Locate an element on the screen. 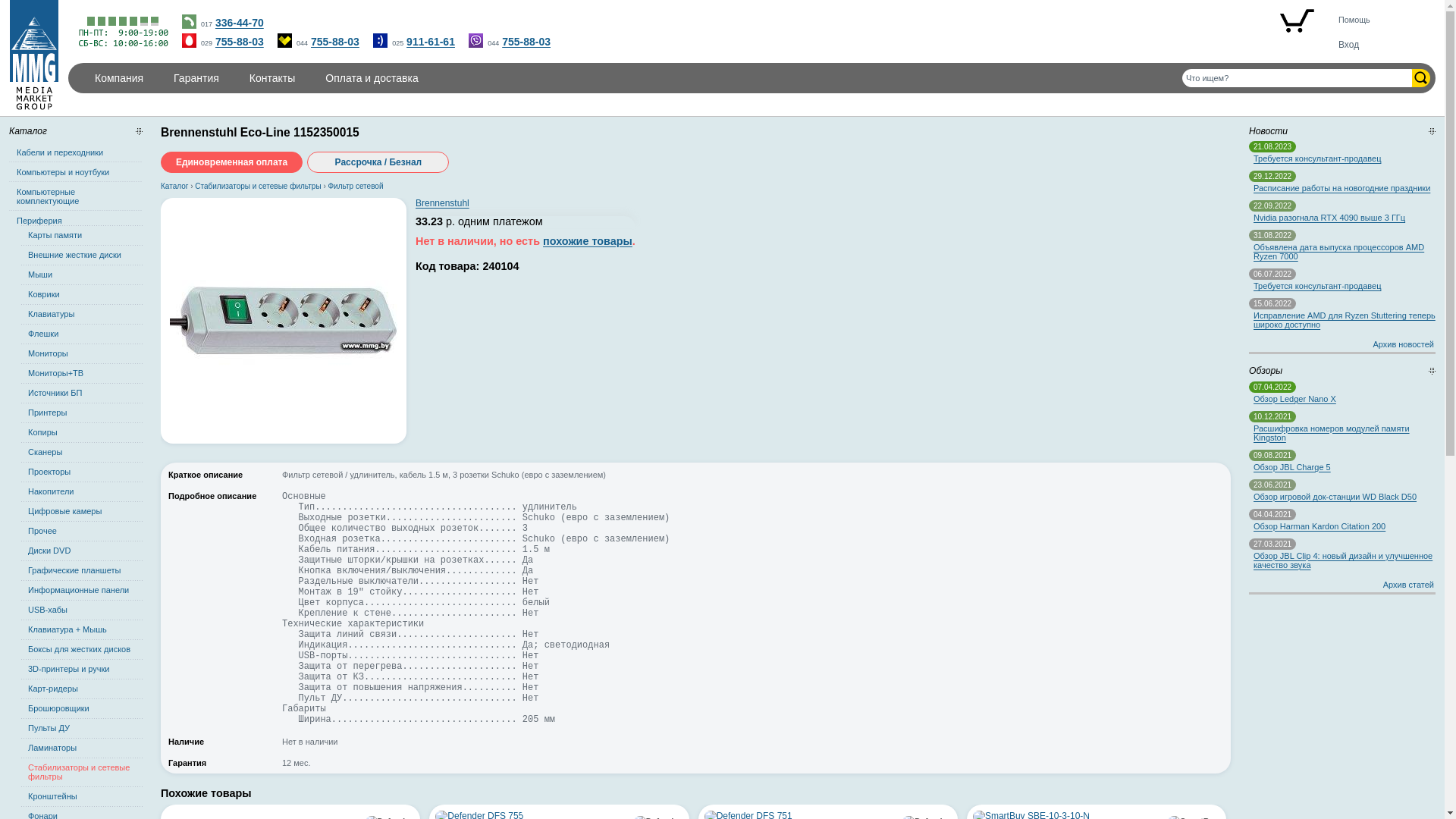  'Brennenstuhl' is located at coordinates (441, 202).